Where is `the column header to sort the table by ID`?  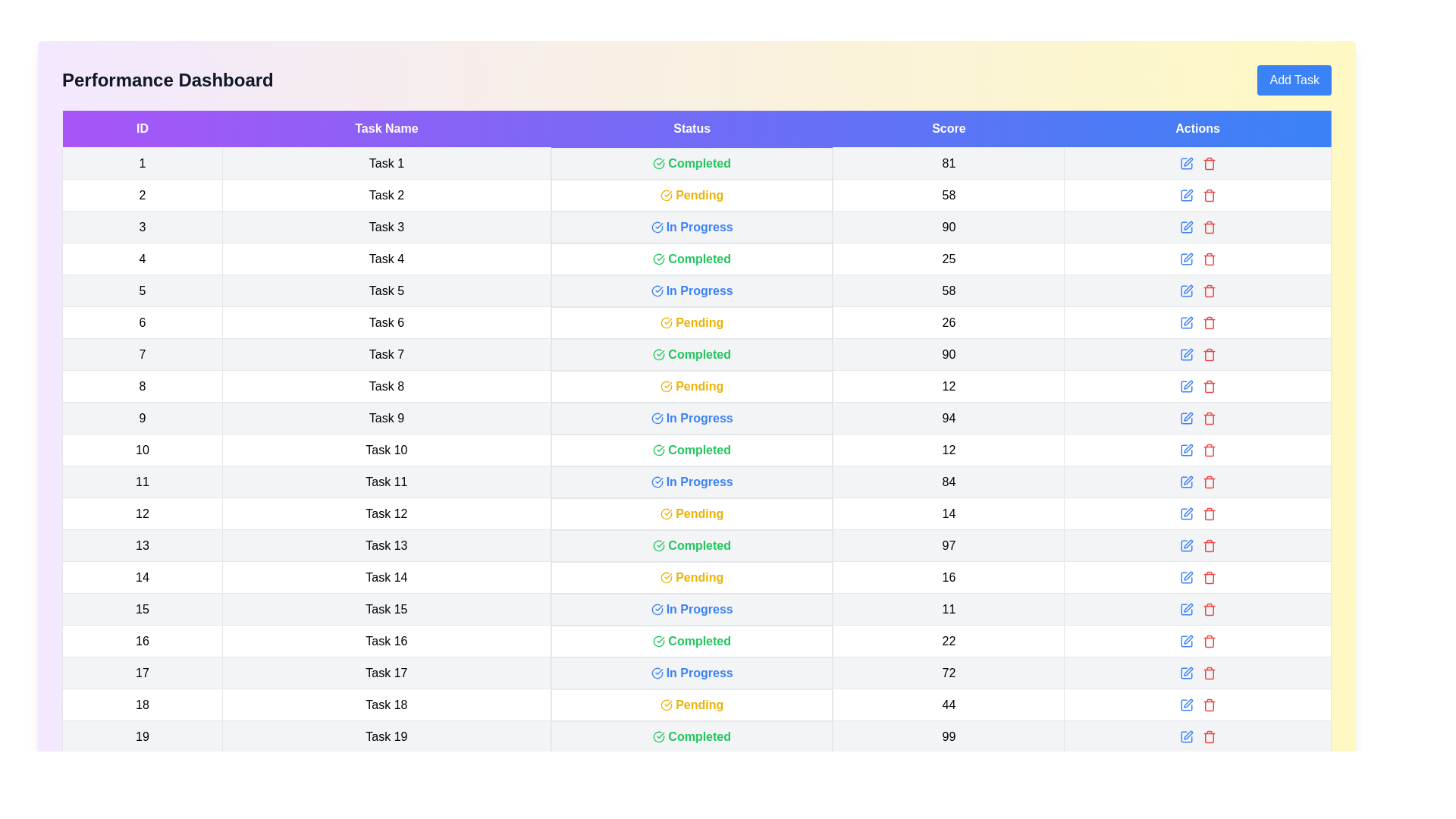
the column header to sort the table by ID is located at coordinates (142, 128).